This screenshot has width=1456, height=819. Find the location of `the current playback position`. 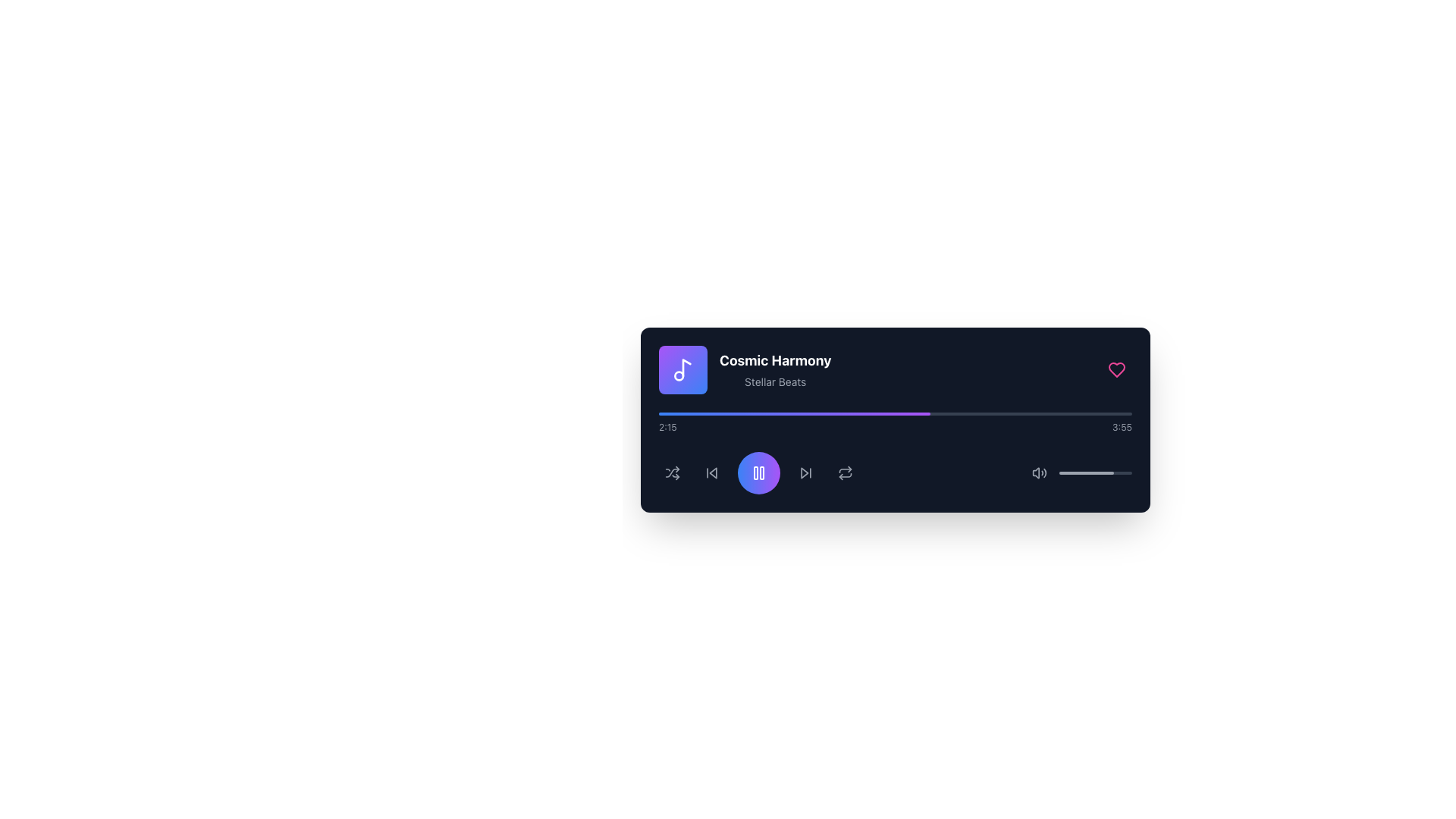

the current playback position is located at coordinates (1097, 414).